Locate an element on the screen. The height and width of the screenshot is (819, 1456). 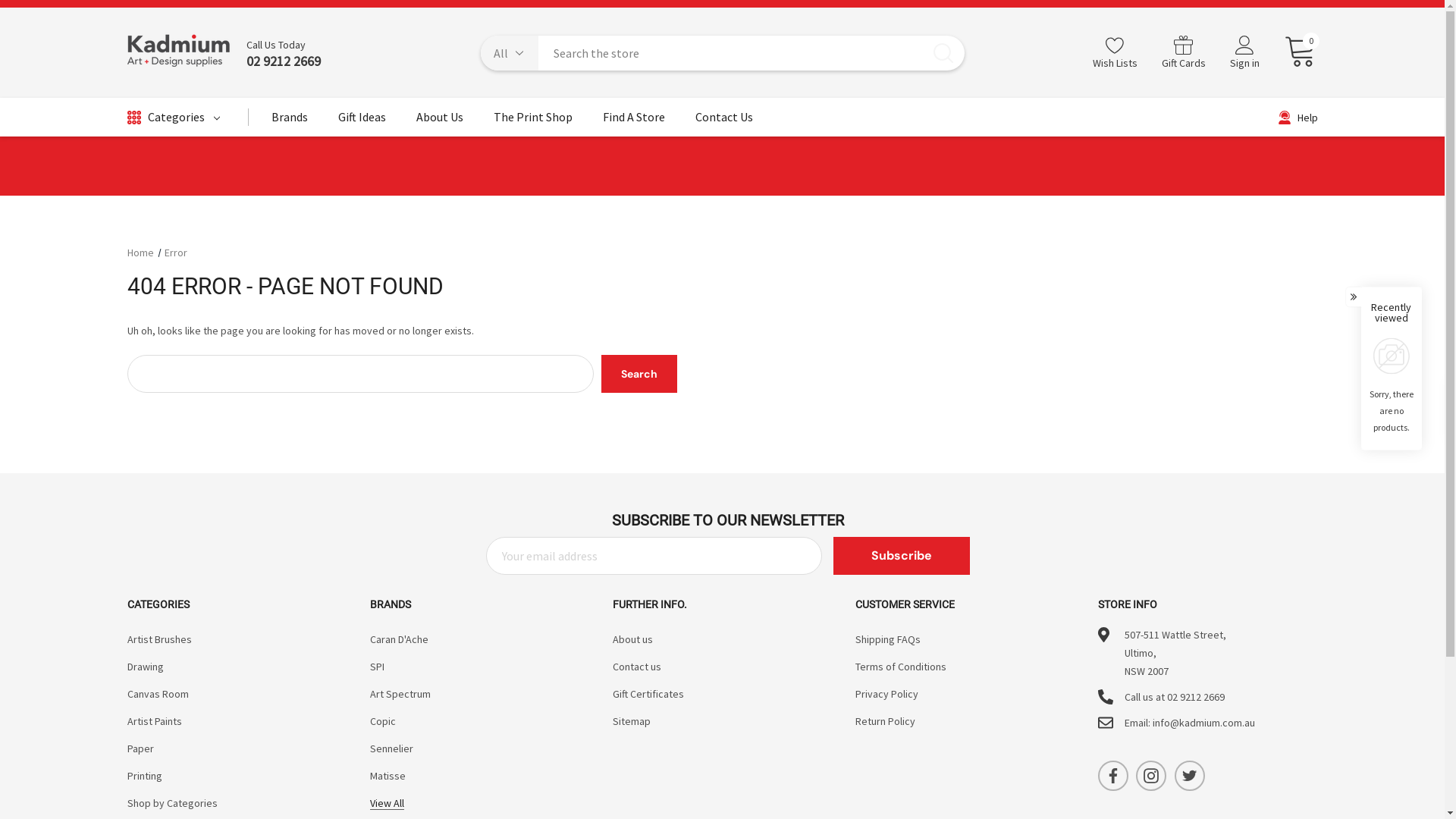
'Categories' is located at coordinates (174, 116).